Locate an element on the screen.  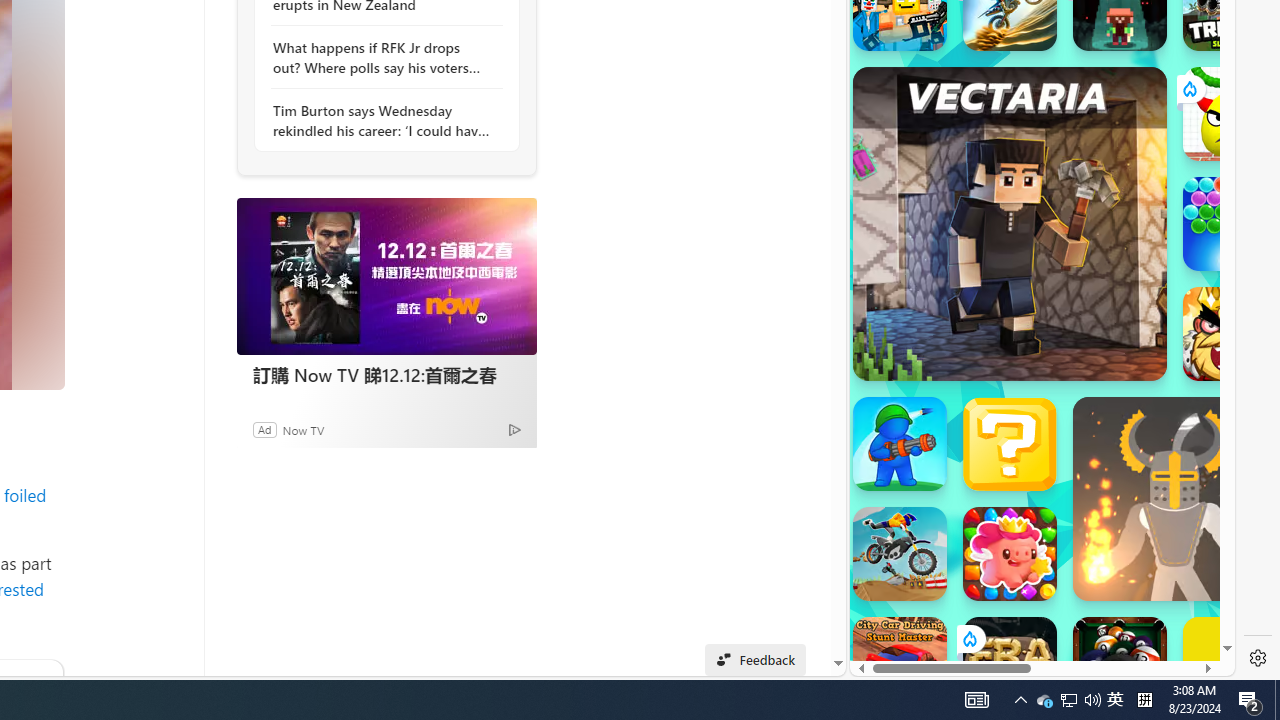
'Crazy Bikes' is located at coordinates (898, 554).